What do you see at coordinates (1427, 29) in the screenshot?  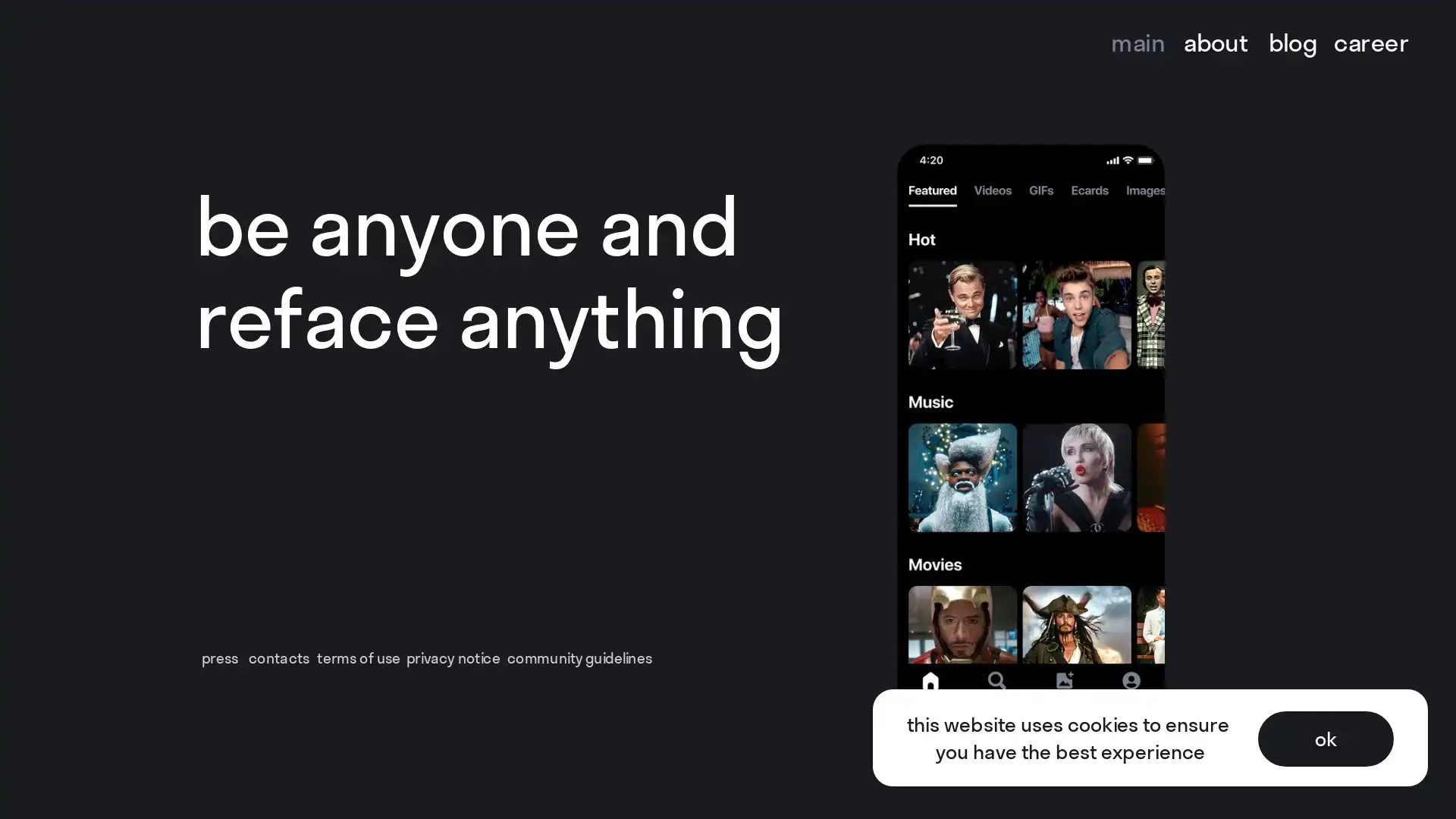 I see `Close` at bounding box center [1427, 29].